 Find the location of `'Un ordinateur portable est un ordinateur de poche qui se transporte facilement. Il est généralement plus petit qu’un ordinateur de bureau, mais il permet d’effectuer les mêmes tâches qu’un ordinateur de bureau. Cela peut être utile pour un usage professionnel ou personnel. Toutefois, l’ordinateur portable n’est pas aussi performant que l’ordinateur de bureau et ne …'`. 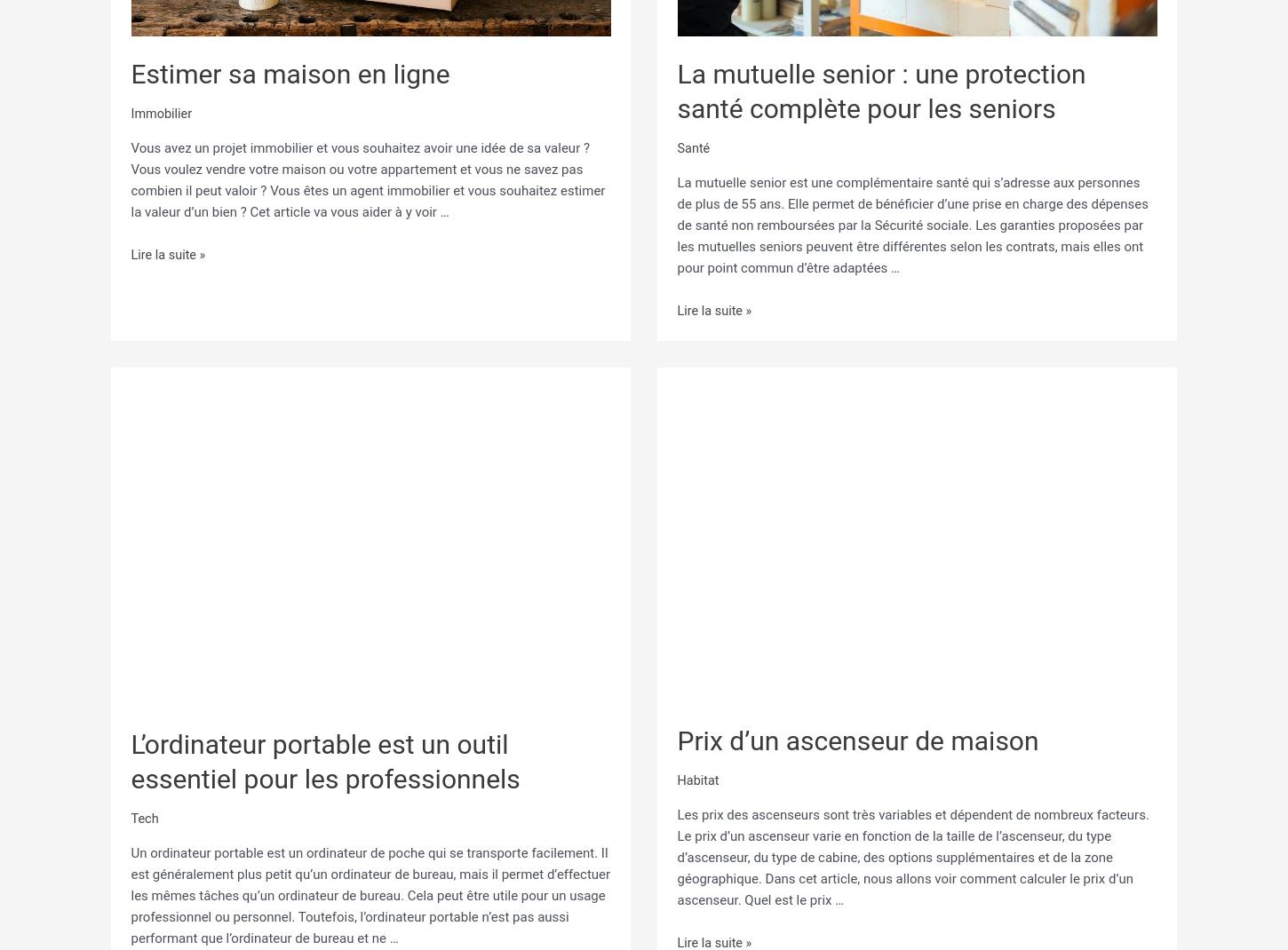

'Un ordinateur portable est un ordinateur de poche qui se transporte facilement. Il est généralement plus petit qu’un ordinateur de bureau, mais il permet d’effectuer les mêmes tâches qu’un ordinateur de bureau. Cela peut être utile pour un usage professionnel ou personnel. Toutefois, l’ordinateur portable n’est pas aussi performant que l’ordinateur de bureau et ne …' is located at coordinates (130, 895).